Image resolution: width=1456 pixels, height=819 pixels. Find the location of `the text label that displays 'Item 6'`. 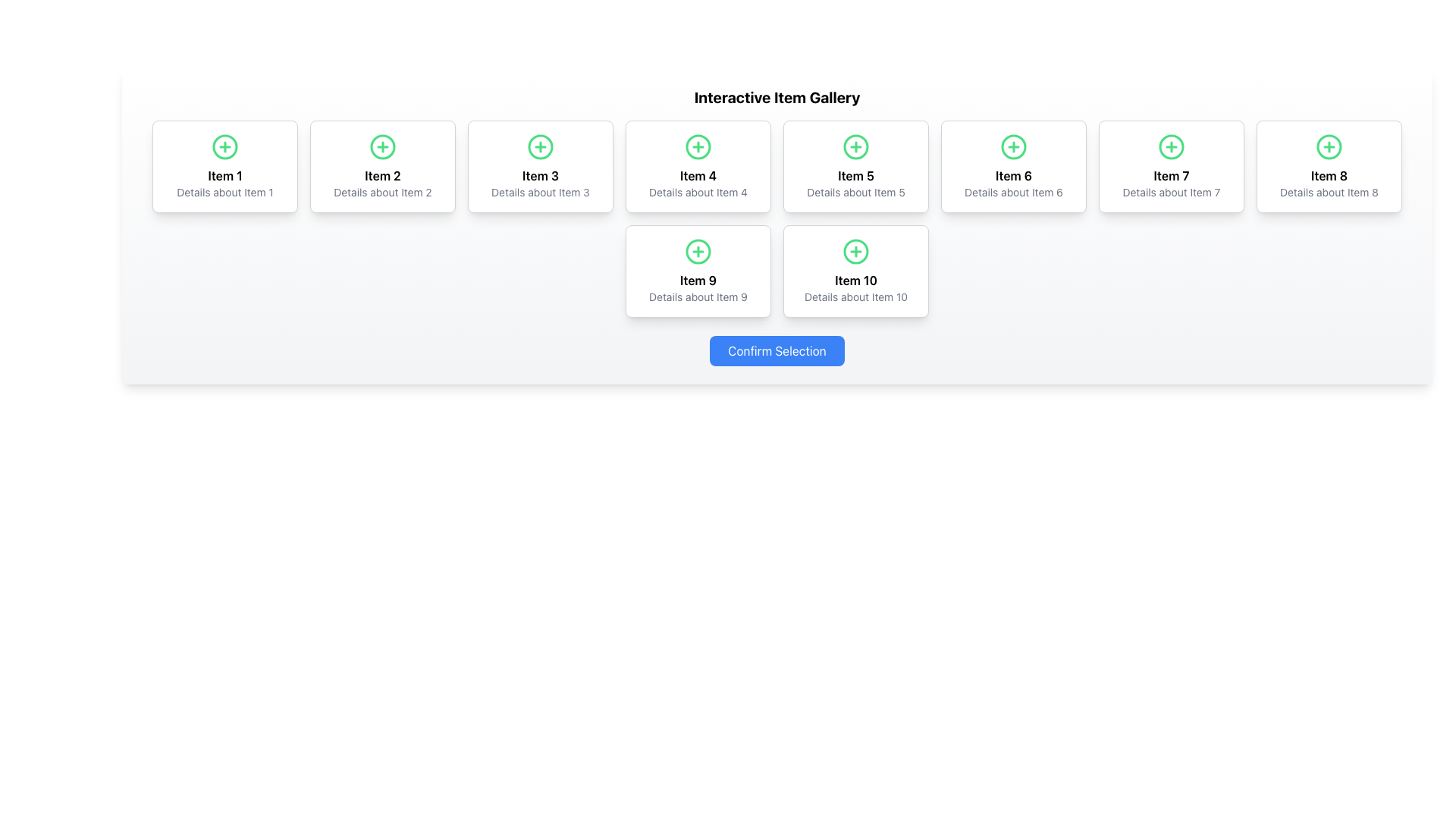

the text label that displays 'Item 6' is located at coordinates (1014, 174).